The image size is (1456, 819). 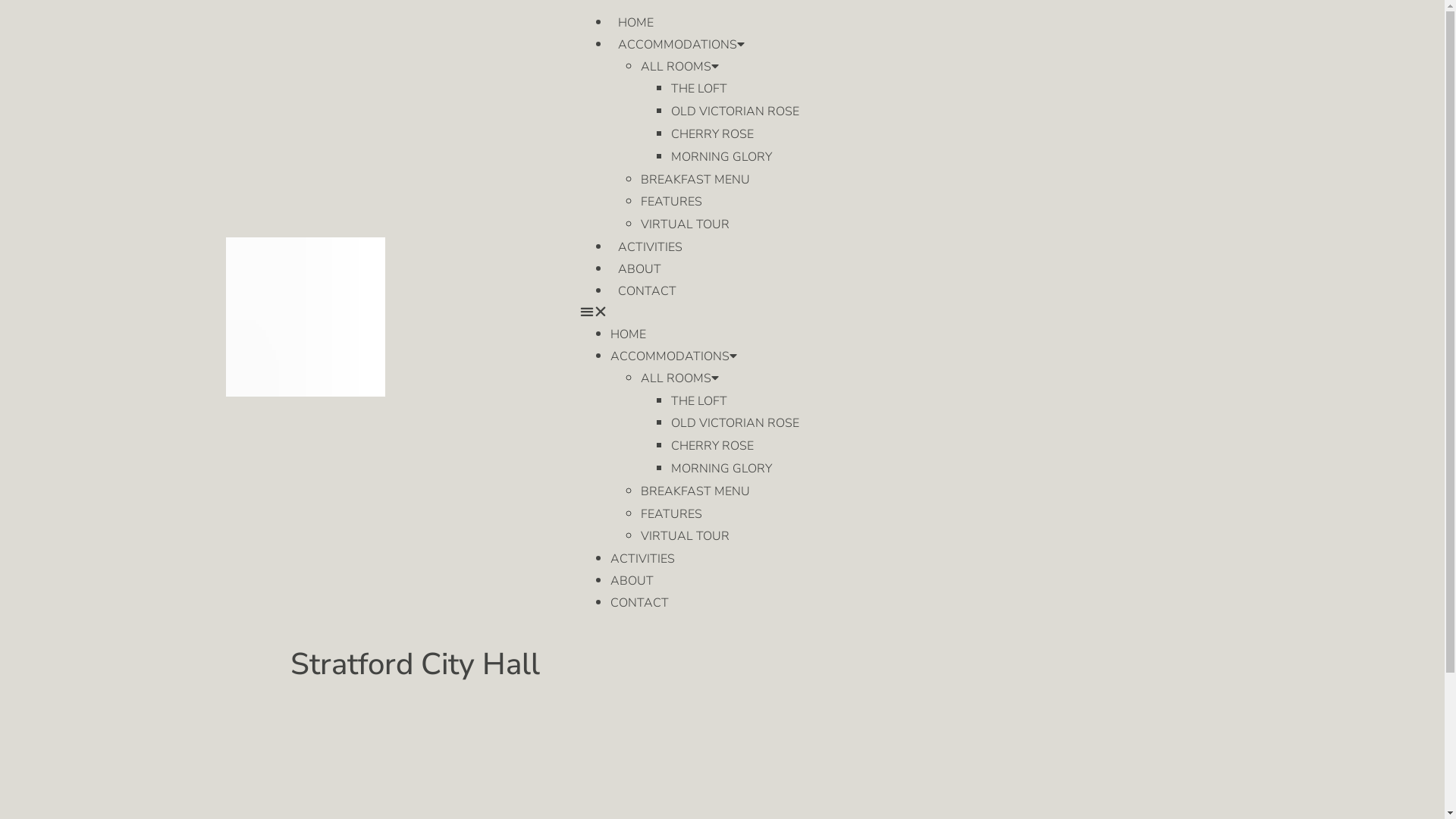 What do you see at coordinates (670, 513) in the screenshot?
I see `'FEATURES'` at bounding box center [670, 513].